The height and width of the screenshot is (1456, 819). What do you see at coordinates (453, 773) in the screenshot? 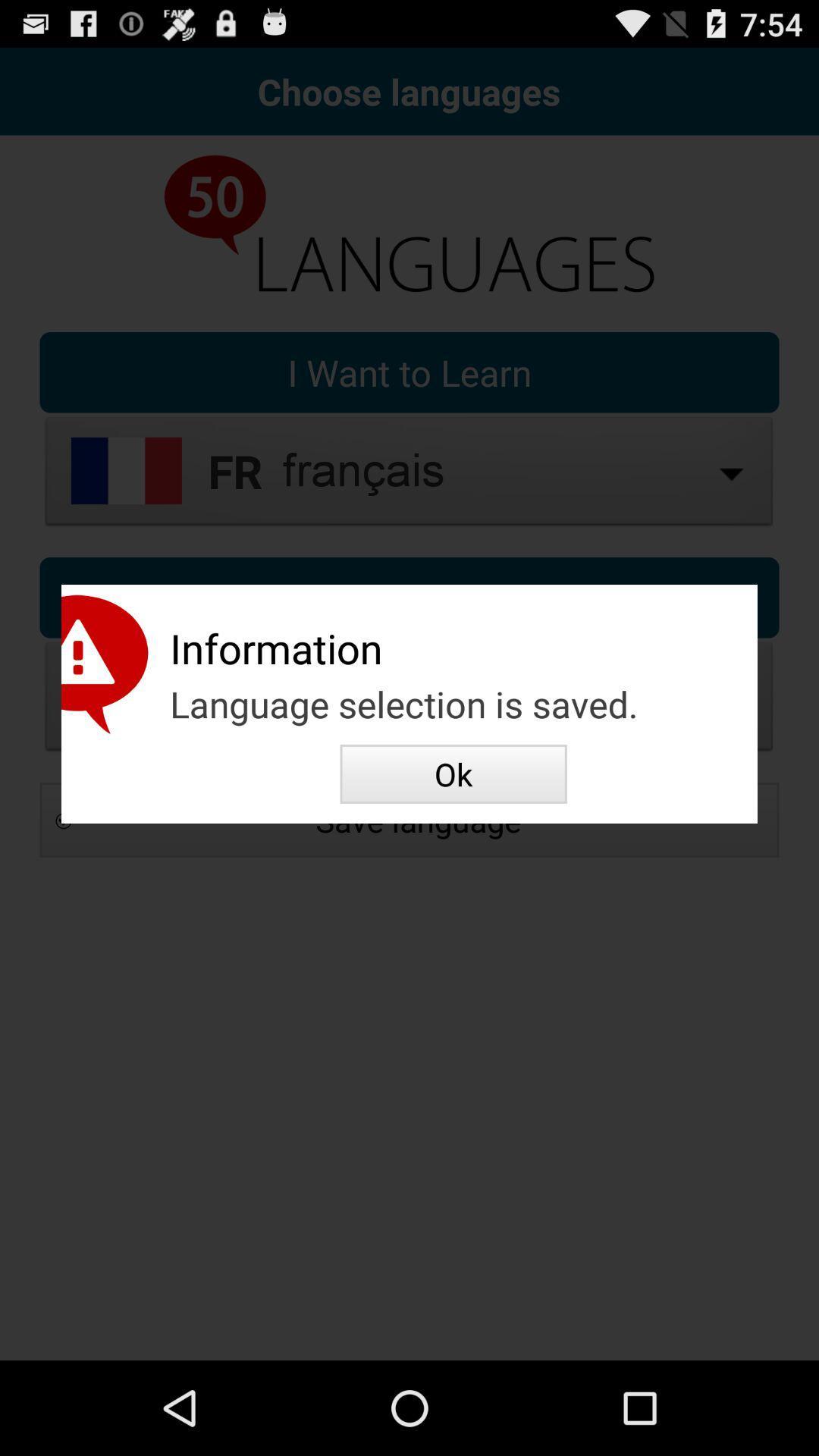
I see `the ok` at bounding box center [453, 773].